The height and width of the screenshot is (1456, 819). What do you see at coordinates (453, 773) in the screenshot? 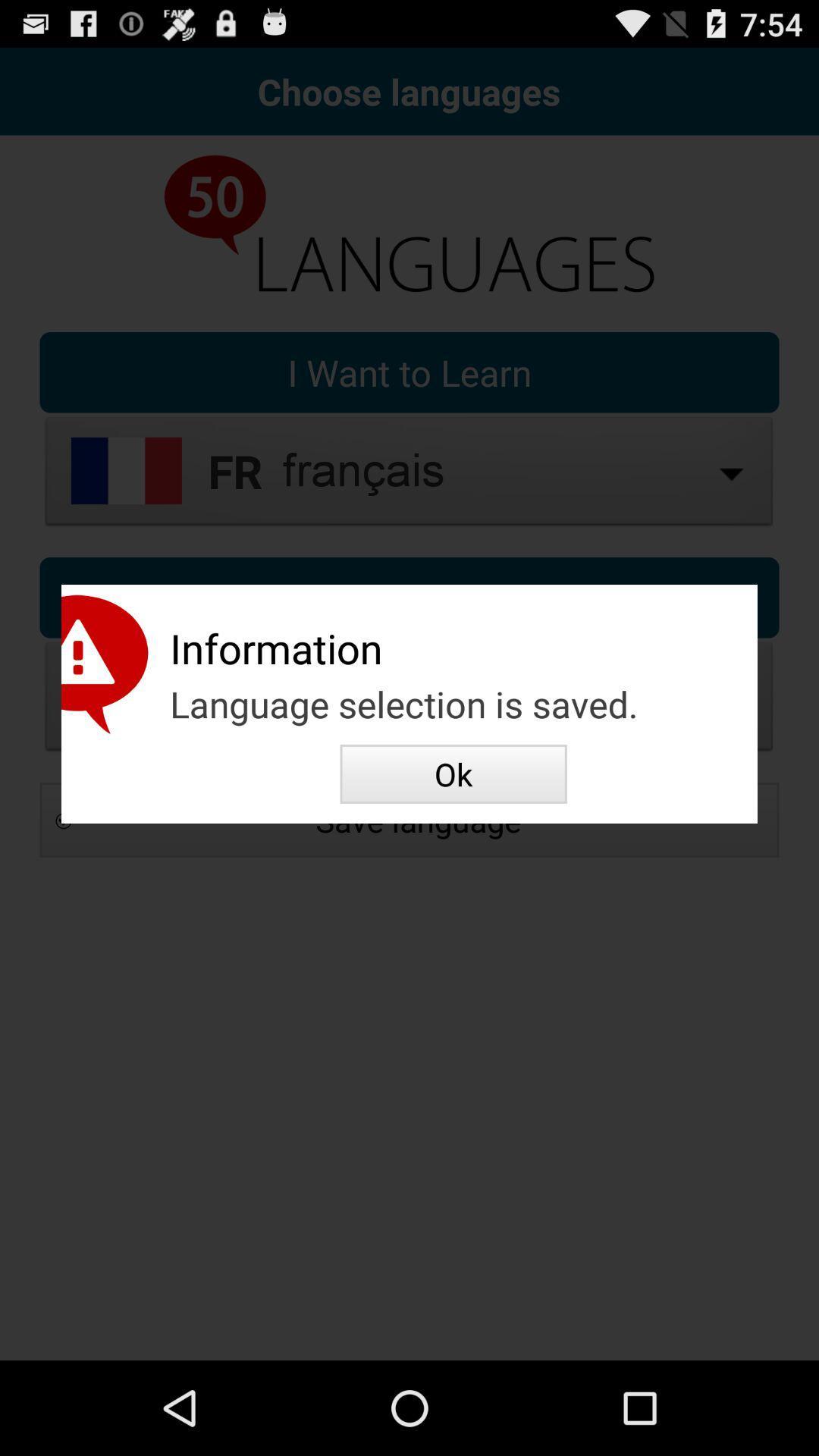
I see `the ok` at bounding box center [453, 773].